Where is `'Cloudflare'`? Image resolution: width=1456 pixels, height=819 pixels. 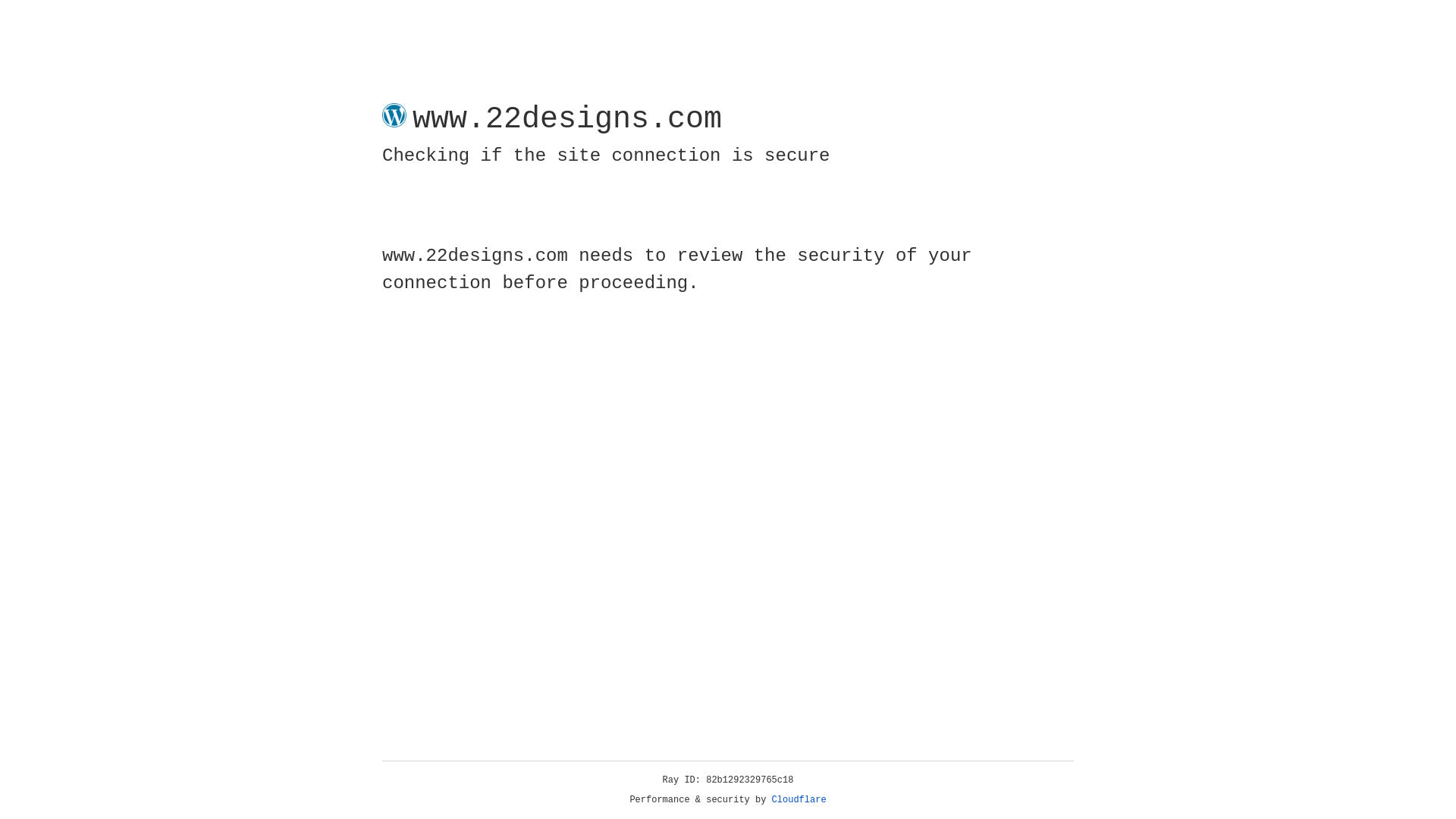 'Cloudflare' is located at coordinates (799, 799).